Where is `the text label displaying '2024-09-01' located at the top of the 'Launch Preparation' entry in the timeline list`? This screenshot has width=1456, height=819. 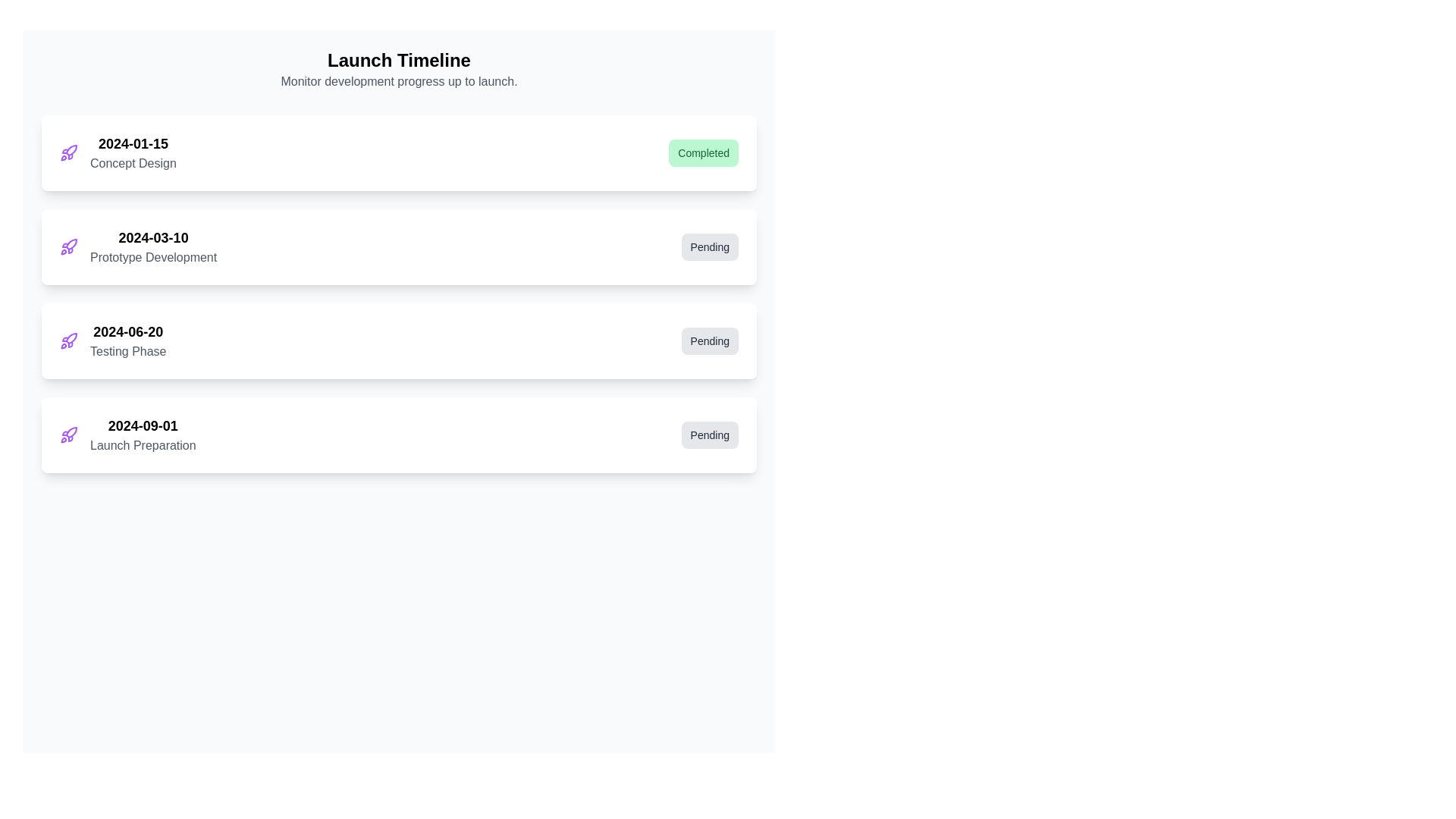
the text label displaying '2024-09-01' located at the top of the 'Launch Preparation' entry in the timeline list is located at coordinates (143, 426).